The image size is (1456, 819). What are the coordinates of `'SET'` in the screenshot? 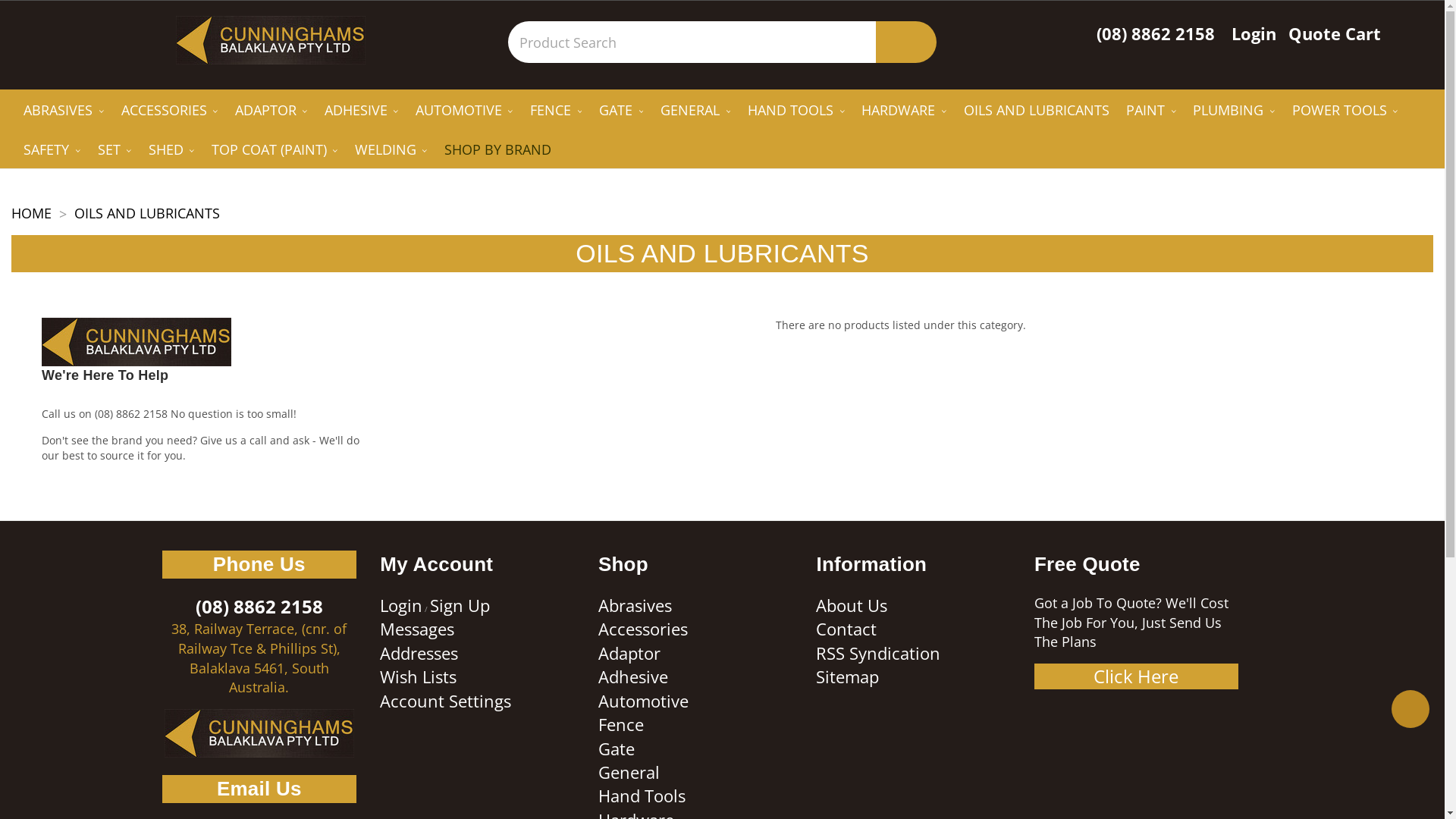 It's located at (113, 151).